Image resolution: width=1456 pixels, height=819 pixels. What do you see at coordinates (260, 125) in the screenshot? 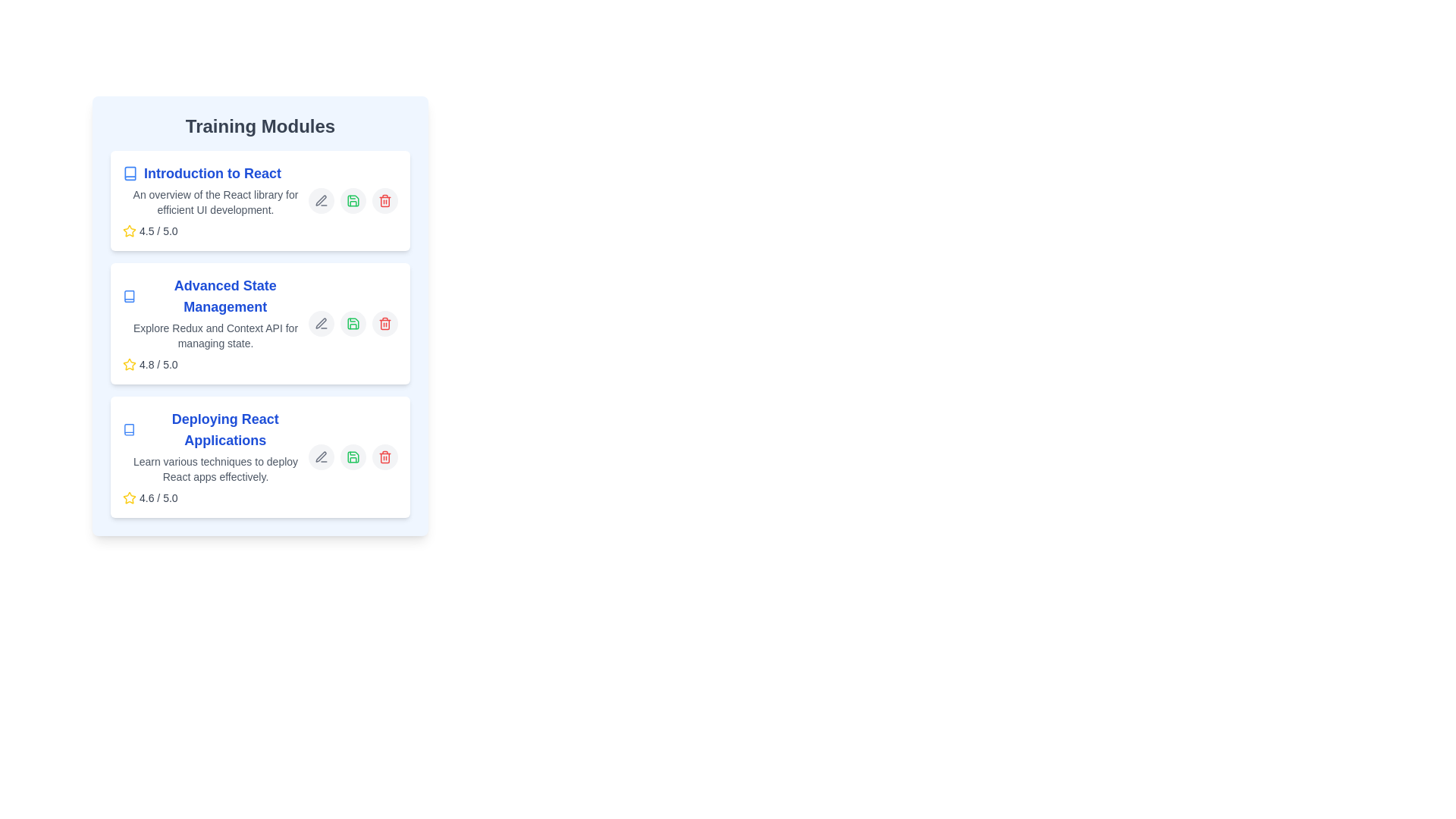
I see `title text located at the top of the panel, centered horizontally, which provides a clear description of the content below it` at bounding box center [260, 125].